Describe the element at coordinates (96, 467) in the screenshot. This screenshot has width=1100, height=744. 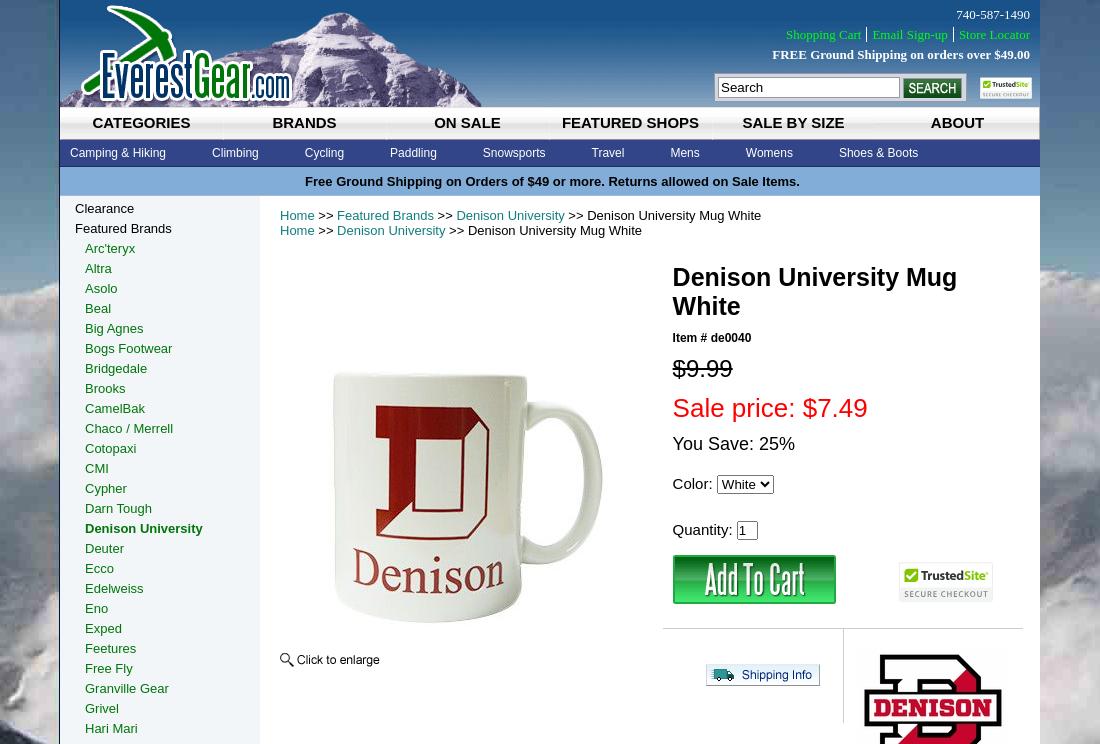
I see `'CMI'` at that location.